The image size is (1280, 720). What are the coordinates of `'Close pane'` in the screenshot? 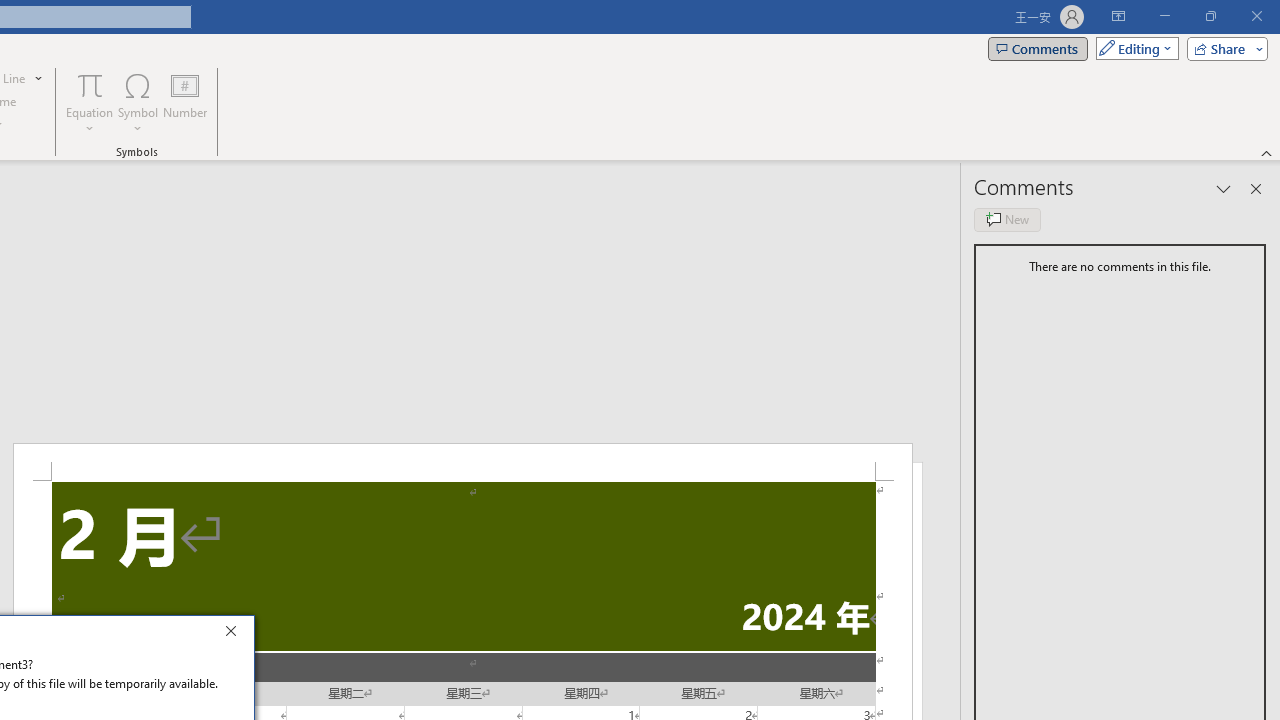 It's located at (1255, 189).